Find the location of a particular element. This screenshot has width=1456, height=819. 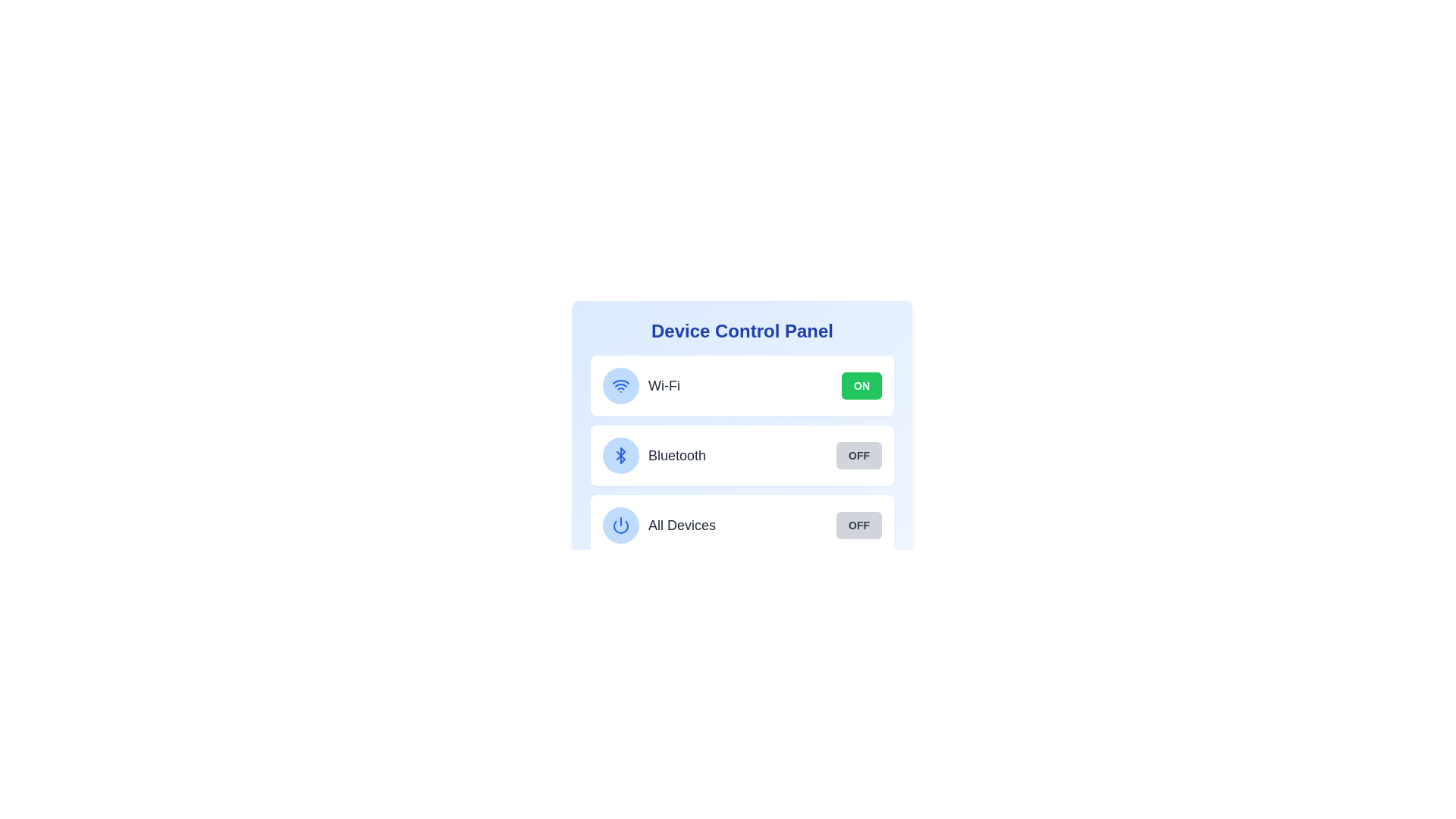

the Text Label that serves as the title for the user interface section, located at the top of the rectangular panel above the settings list is located at coordinates (742, 330).